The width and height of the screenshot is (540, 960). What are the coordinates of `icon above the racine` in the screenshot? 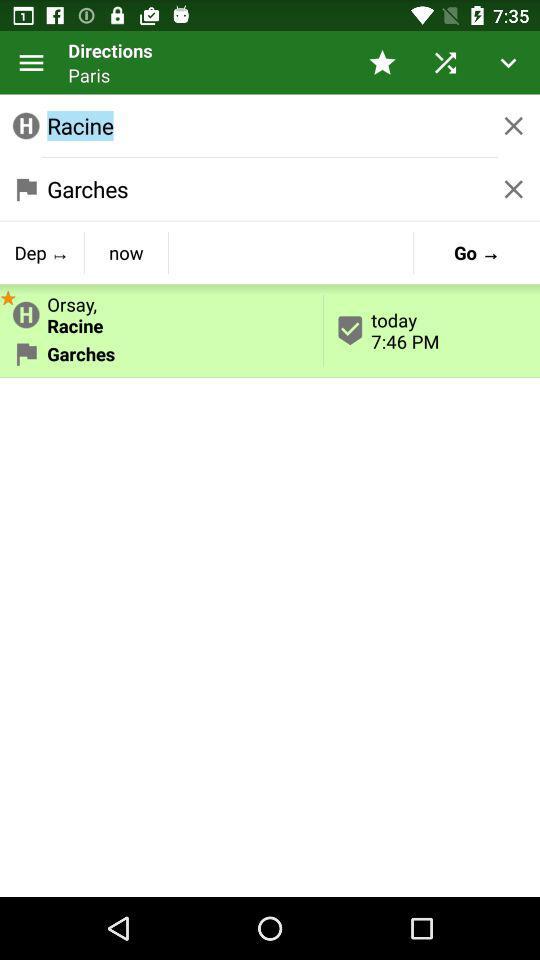 It's located at (445, 62).